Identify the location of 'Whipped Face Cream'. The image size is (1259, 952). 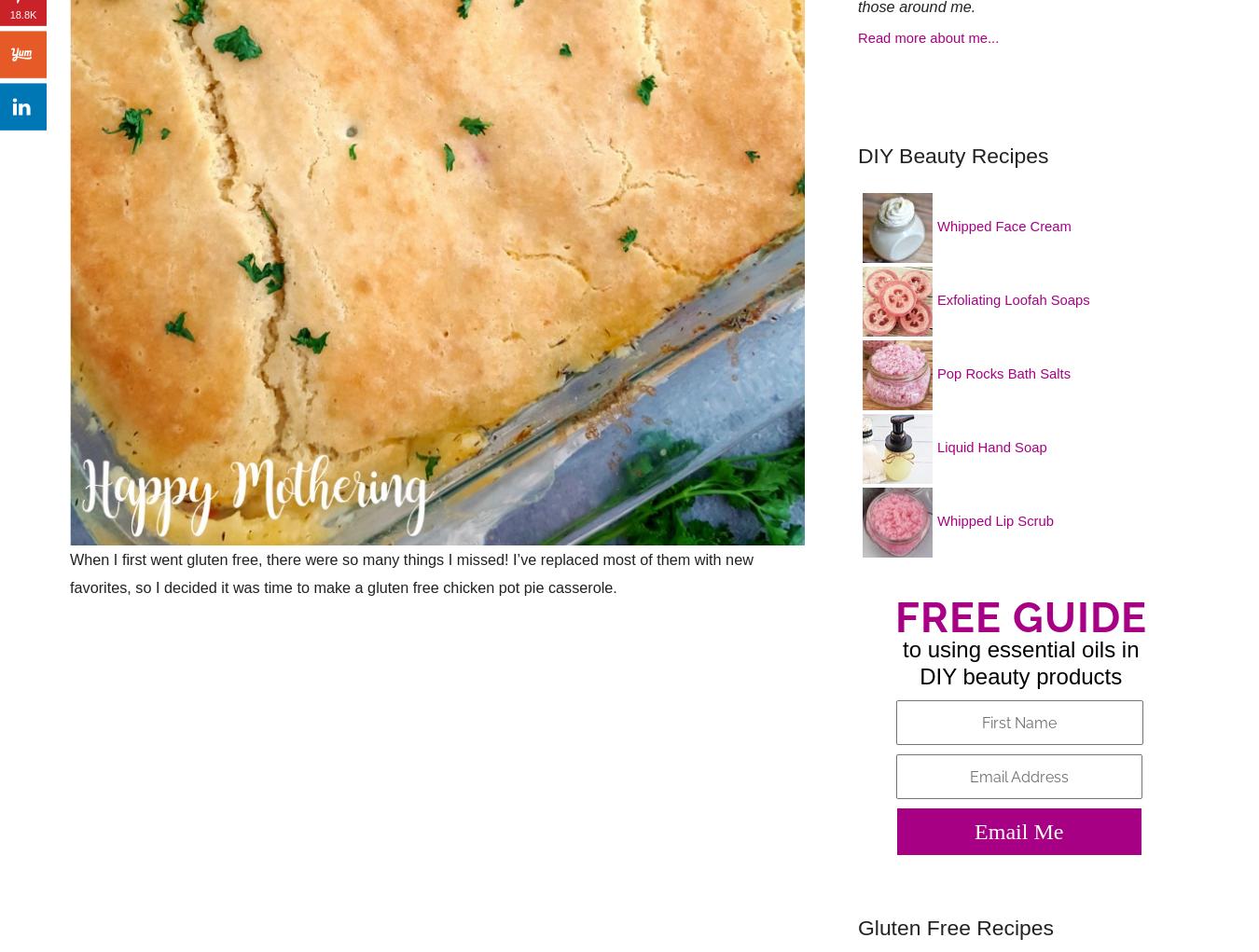
(934, 224).